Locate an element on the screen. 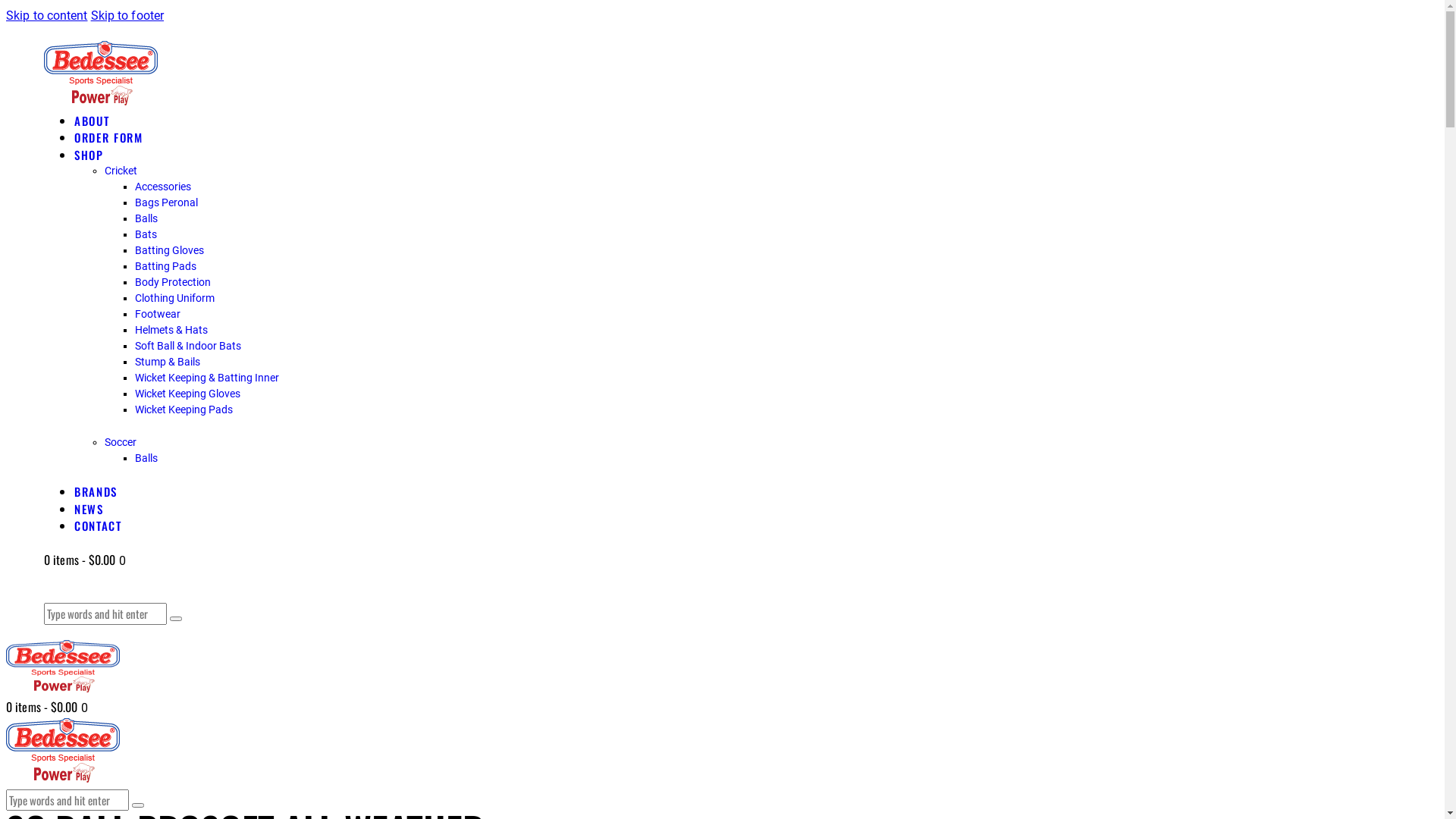 The height and width of the screenshot is (819, 1456). 'Cricket' is located at coordinates (104, 170).